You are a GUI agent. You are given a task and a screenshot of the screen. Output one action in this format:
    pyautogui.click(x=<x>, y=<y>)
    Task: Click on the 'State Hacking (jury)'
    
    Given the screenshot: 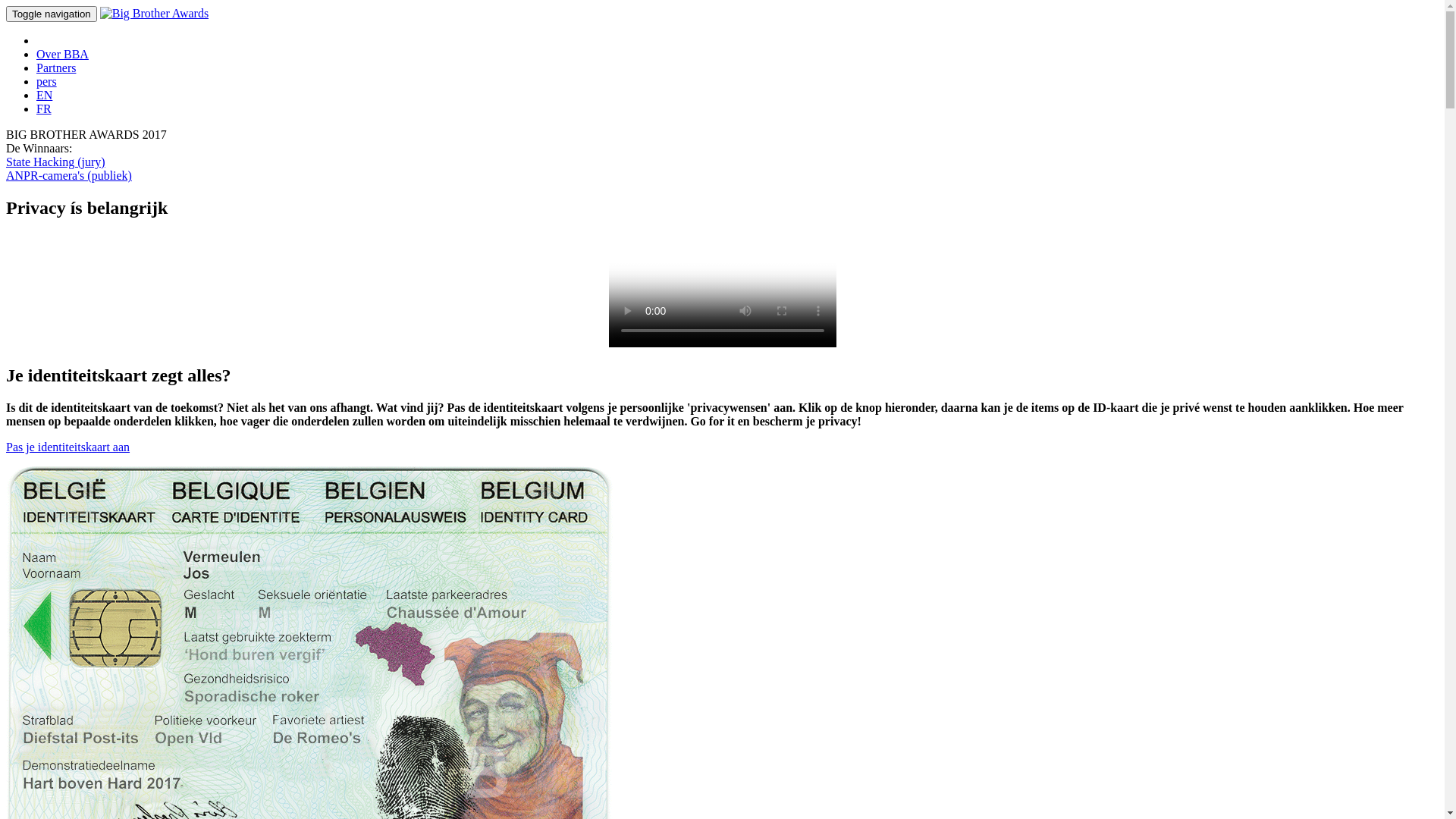 What is the action you would take?
    pyautogui.click(x=55, y=162)
    